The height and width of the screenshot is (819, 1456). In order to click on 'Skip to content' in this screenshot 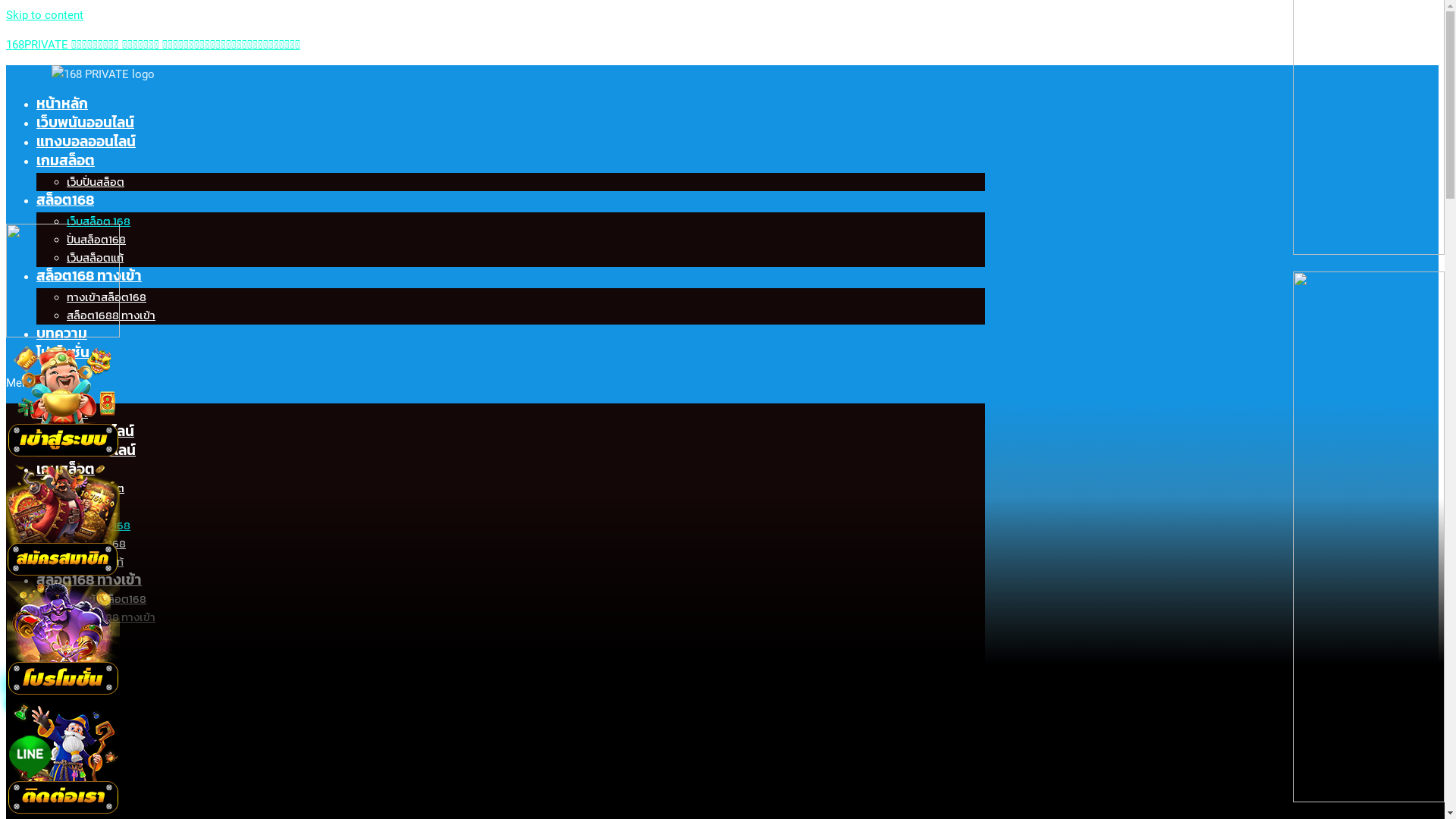, I will do `click(44, 14)`.